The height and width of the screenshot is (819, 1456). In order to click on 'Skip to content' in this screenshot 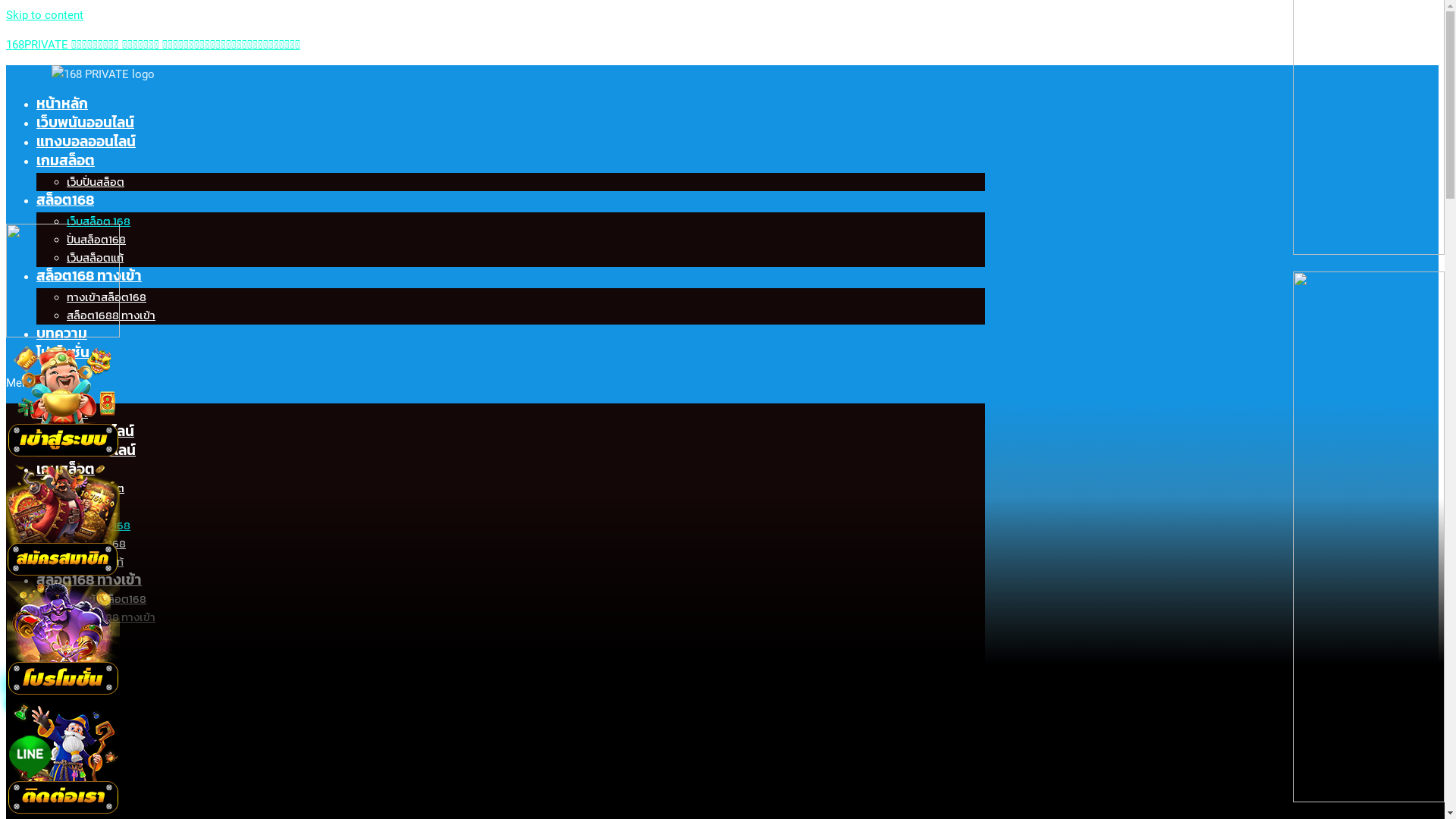, I will do `click(44, 14)`.